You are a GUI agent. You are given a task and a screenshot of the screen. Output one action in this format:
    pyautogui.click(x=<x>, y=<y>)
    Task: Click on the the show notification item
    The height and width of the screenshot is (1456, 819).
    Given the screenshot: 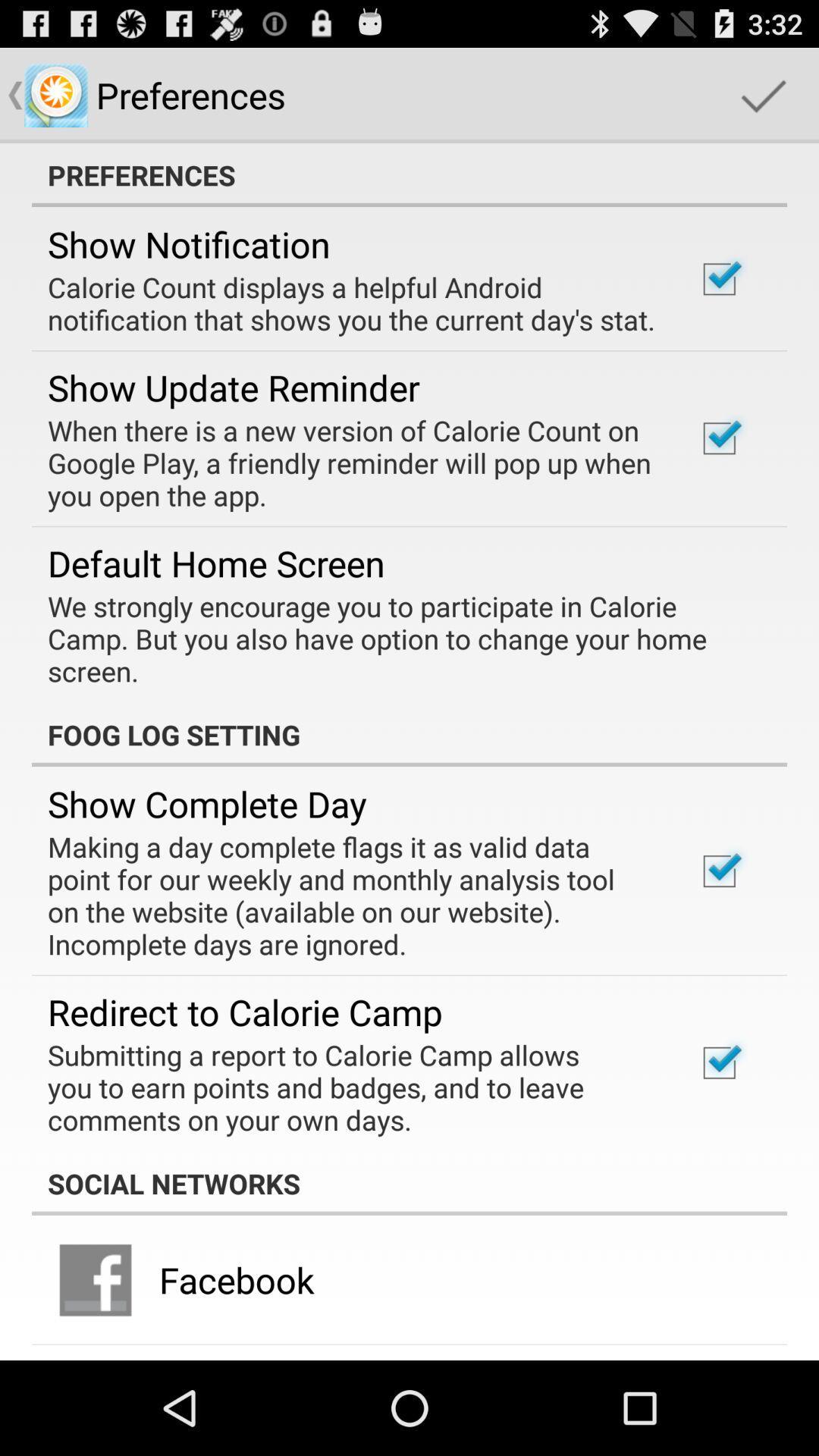 What is the action you would take?
    pyautogui.click(x=188, y=244)
    